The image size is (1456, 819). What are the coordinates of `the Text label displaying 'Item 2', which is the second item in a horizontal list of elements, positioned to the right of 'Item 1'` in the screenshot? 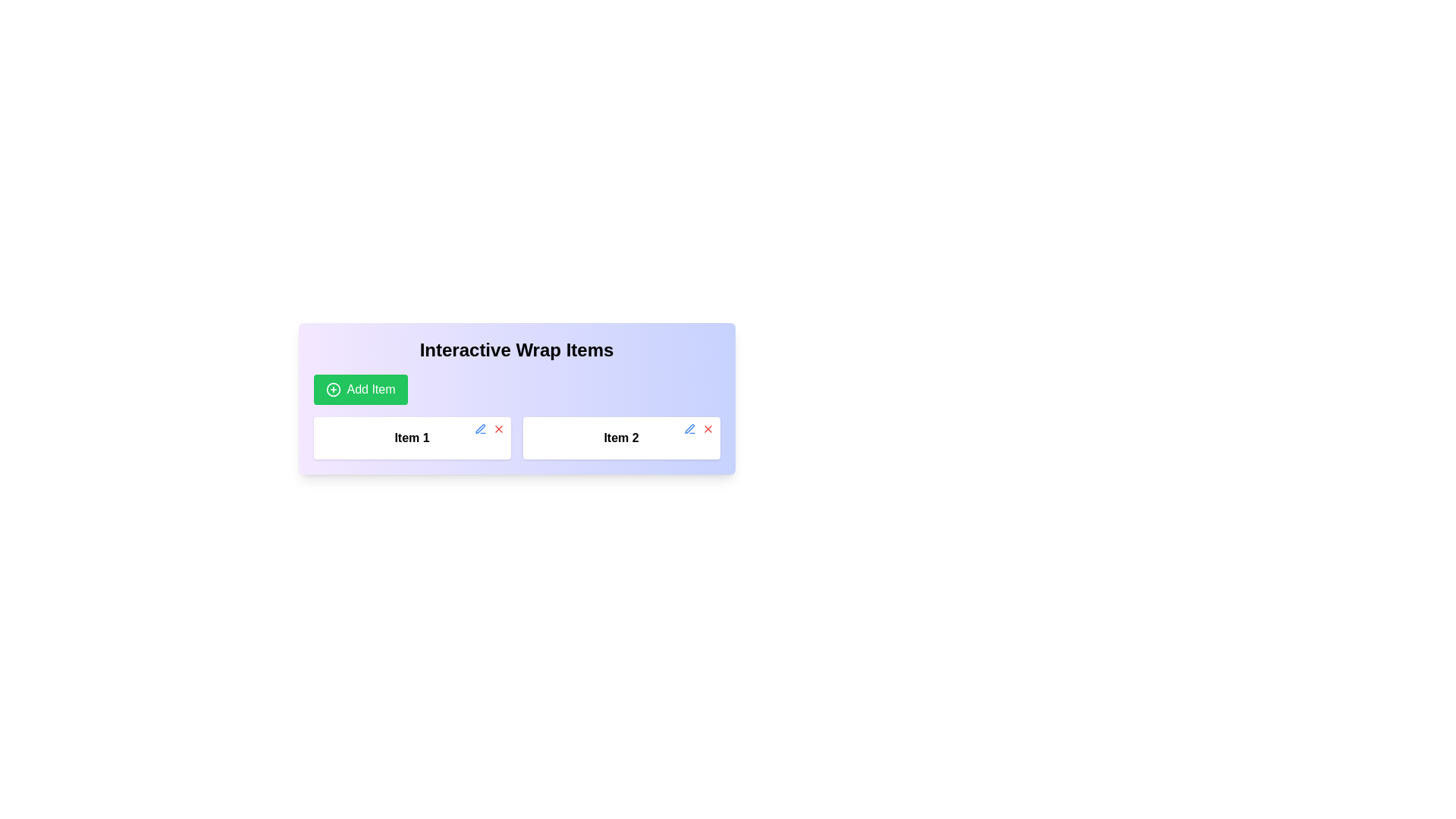 It's located at (621, 438).